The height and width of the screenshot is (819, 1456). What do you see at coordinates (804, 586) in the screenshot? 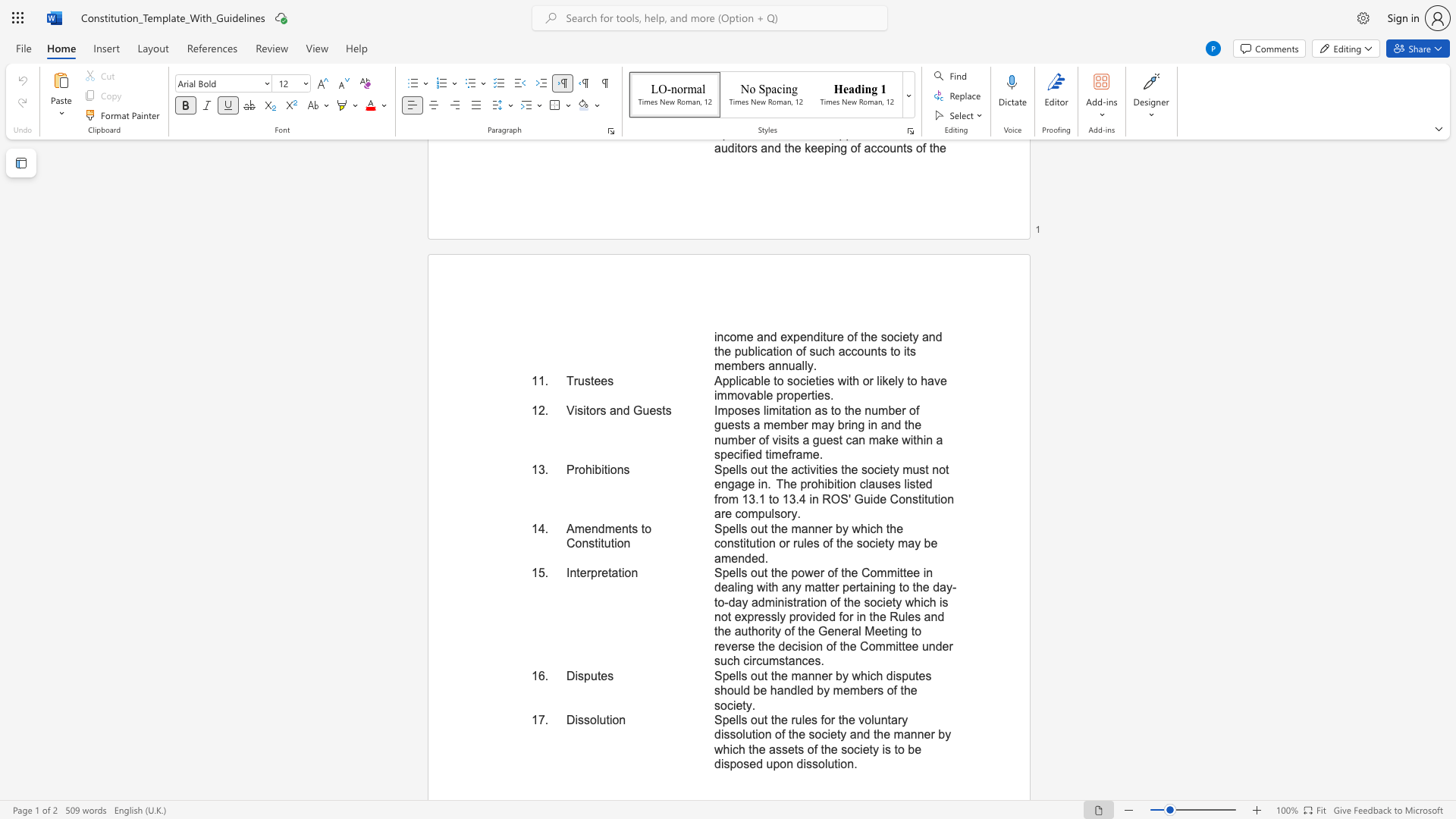
I see `the subset text "matter pertaining to the day-to-day administration of the society which is not expressly provided for in the Rules and the authority of the General Meeting to reverse the decision of the Commit" within the text "Spells out the power of the Committee in dealing with any matter pertaining to the day-to-day administration of the society which is not expressly provided for in the Rules and the authority of the General Meeting to reverse the decision of the Committee under such circumstances."` at bounding box center [804, 586].